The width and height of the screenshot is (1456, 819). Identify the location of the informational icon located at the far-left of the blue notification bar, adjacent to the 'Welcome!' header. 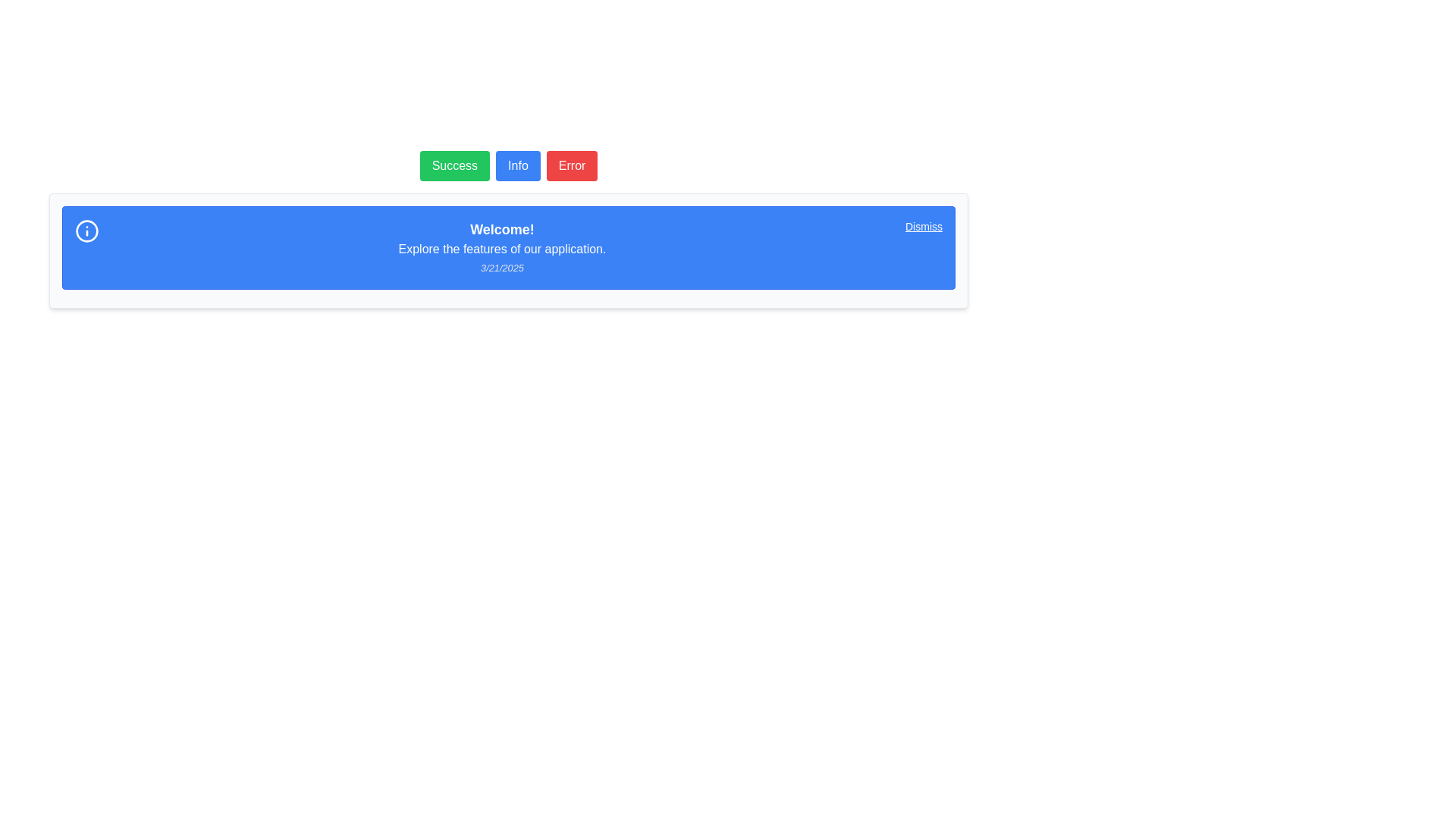
(86, 231).